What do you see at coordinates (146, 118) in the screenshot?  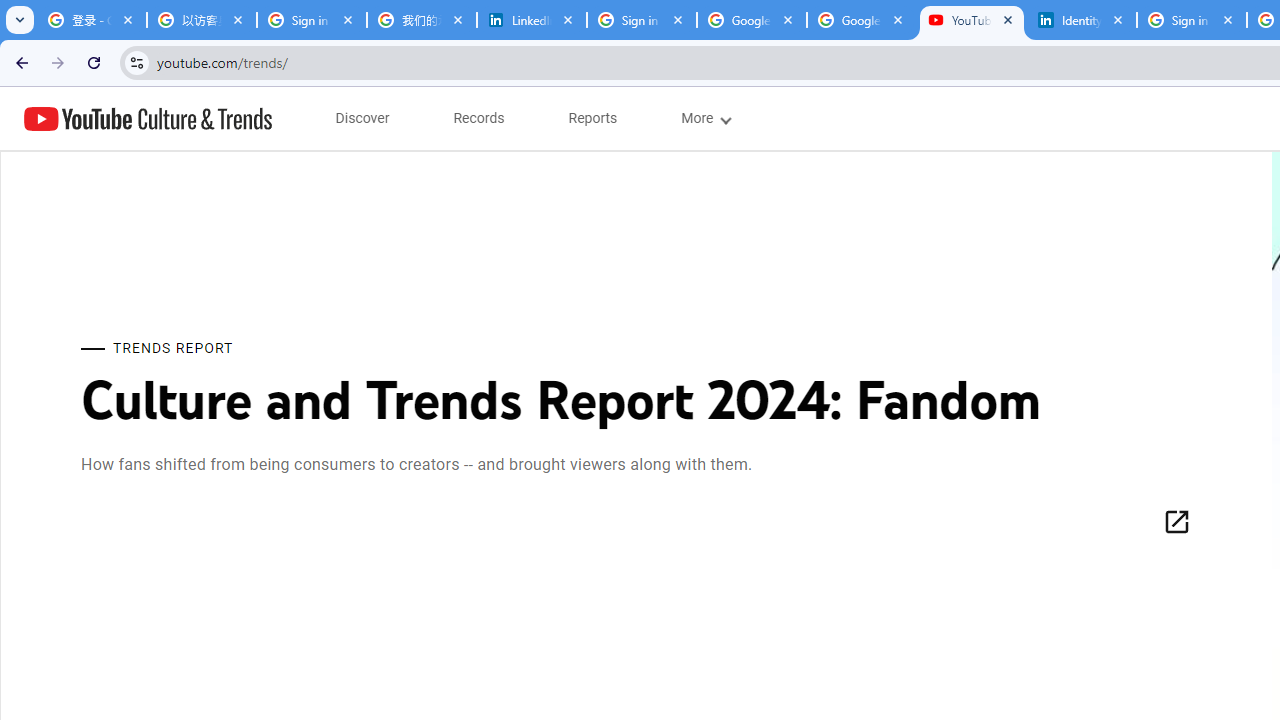 I see `'YouTube Culture & Trends'` at bounding box center [146, 118].